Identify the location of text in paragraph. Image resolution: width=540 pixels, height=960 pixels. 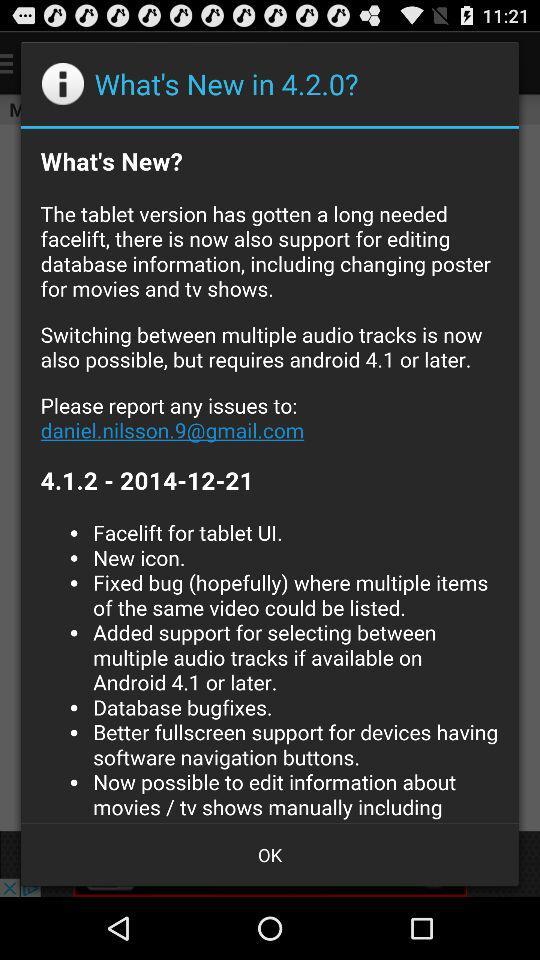
(270, 475).